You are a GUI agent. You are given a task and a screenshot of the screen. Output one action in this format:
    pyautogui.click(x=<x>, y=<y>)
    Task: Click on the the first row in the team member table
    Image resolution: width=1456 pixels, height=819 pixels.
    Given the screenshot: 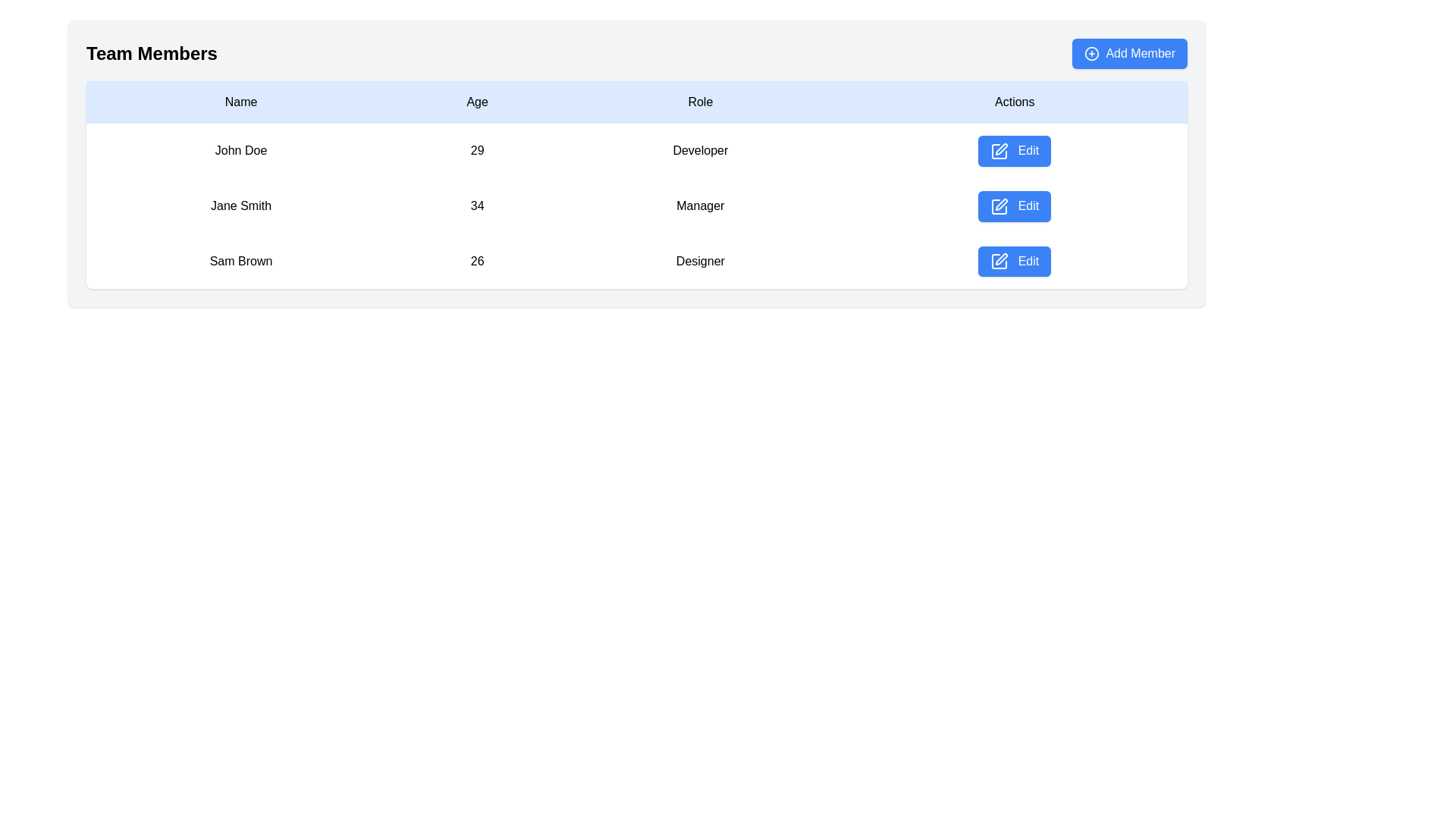 What is the action you would take?
    pyautogui.click(x=637, y=151)
    